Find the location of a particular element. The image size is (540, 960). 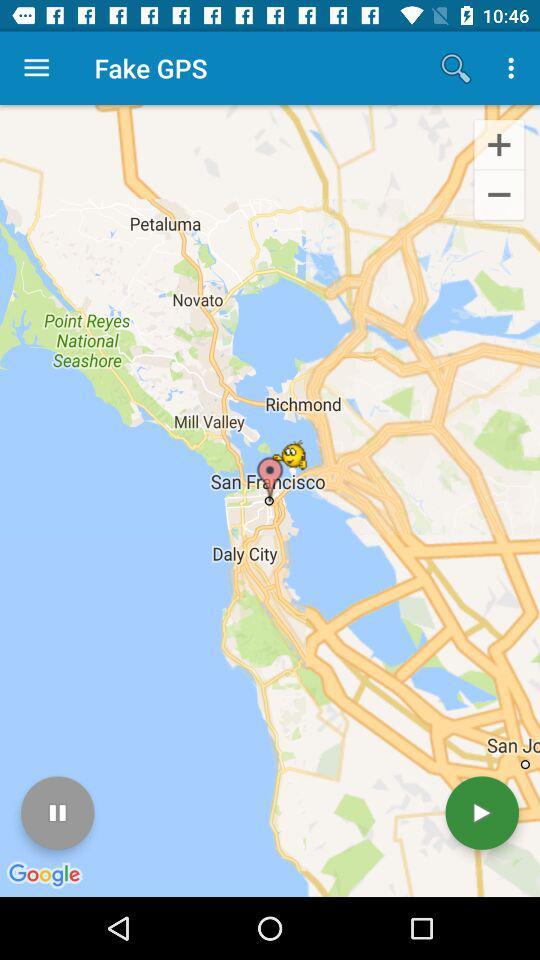

the play icon is located at coordinates (481, 813).